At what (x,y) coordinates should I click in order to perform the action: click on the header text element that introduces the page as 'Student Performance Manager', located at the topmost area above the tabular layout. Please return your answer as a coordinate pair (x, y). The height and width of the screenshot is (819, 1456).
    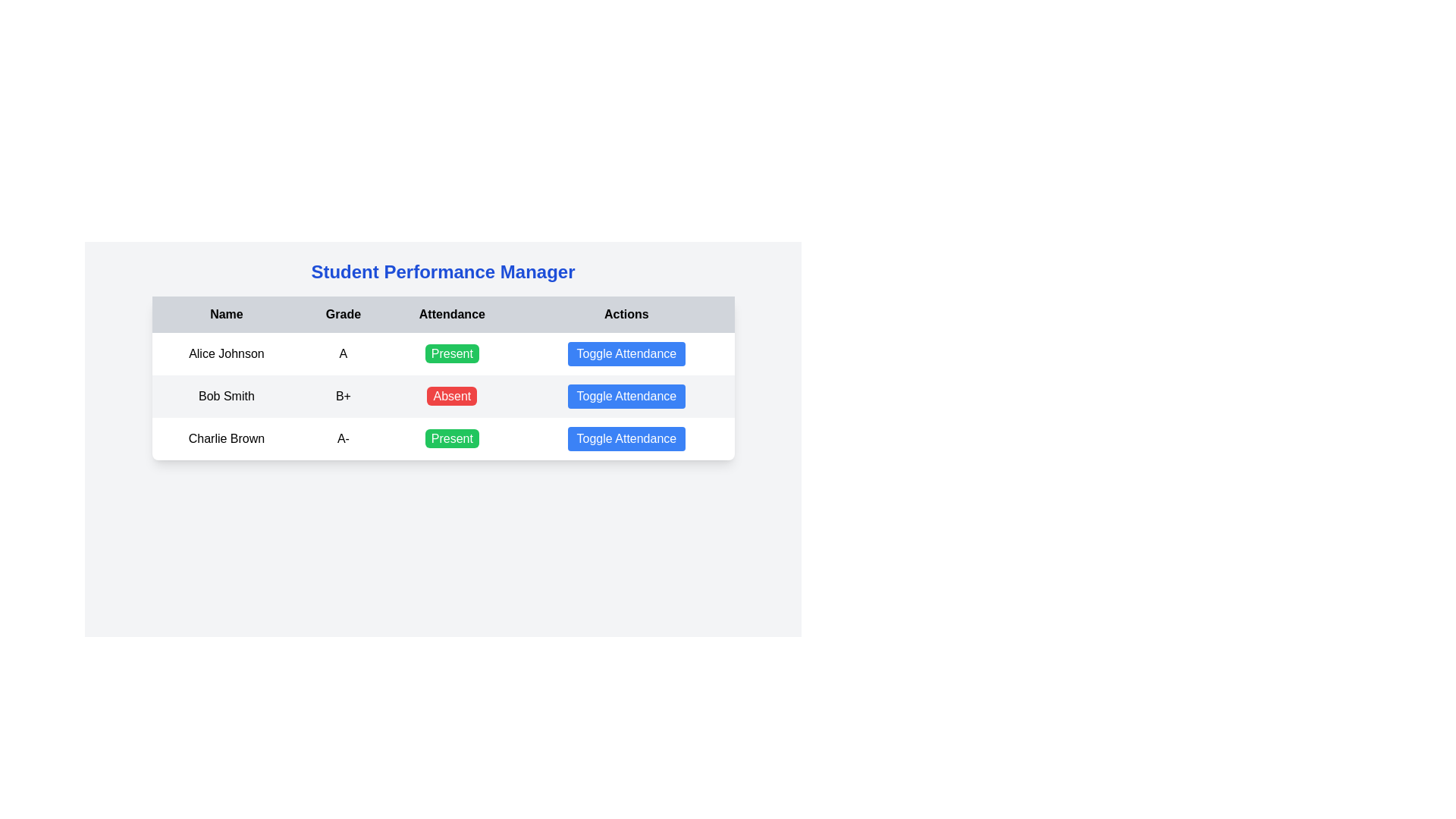
    Looking at the image, I should click on (442, 271).